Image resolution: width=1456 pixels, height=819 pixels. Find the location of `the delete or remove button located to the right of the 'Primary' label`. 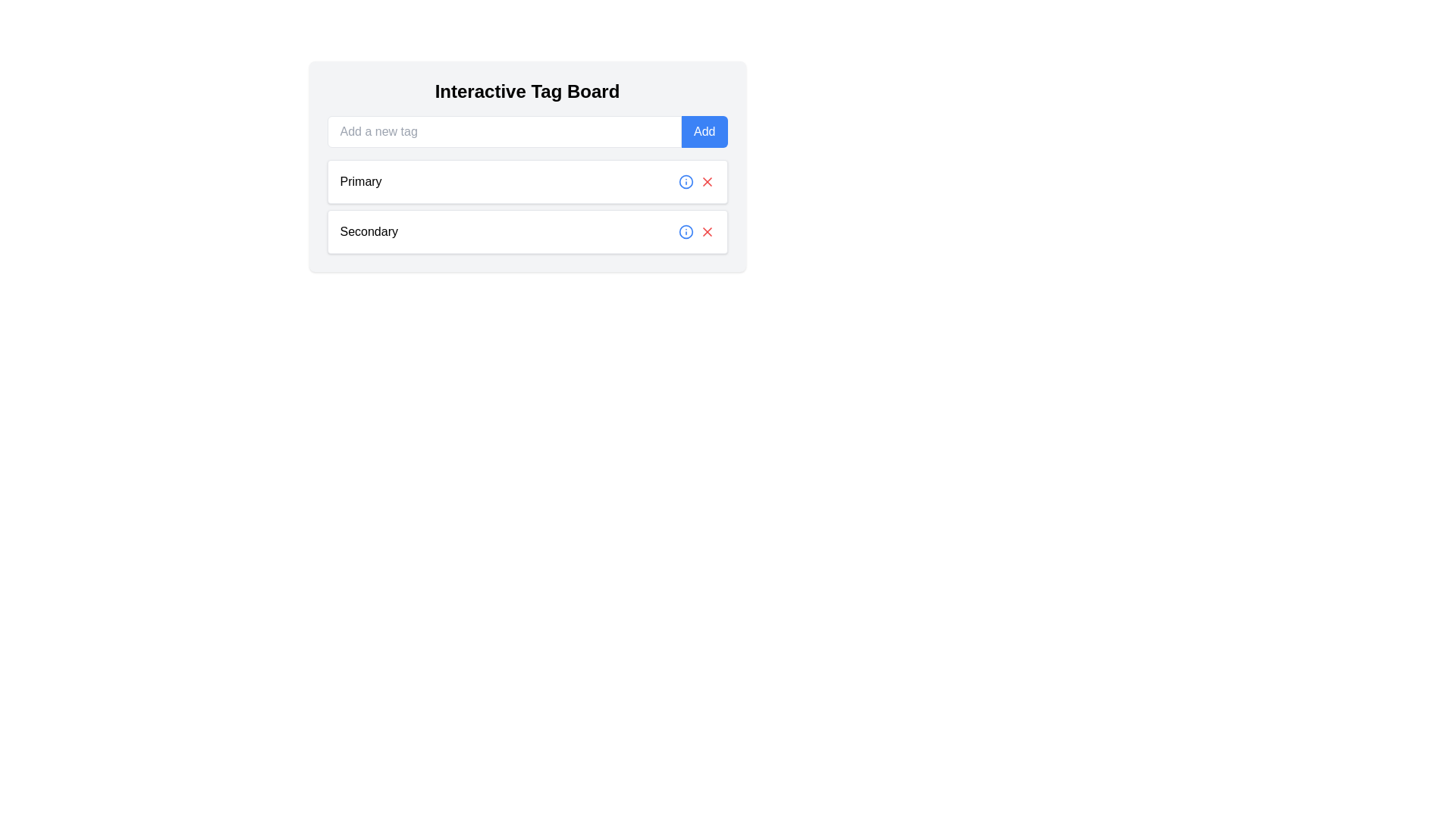

the delete or remove button located to the right of the 'Primary' label is located at coordinates (706, 180).